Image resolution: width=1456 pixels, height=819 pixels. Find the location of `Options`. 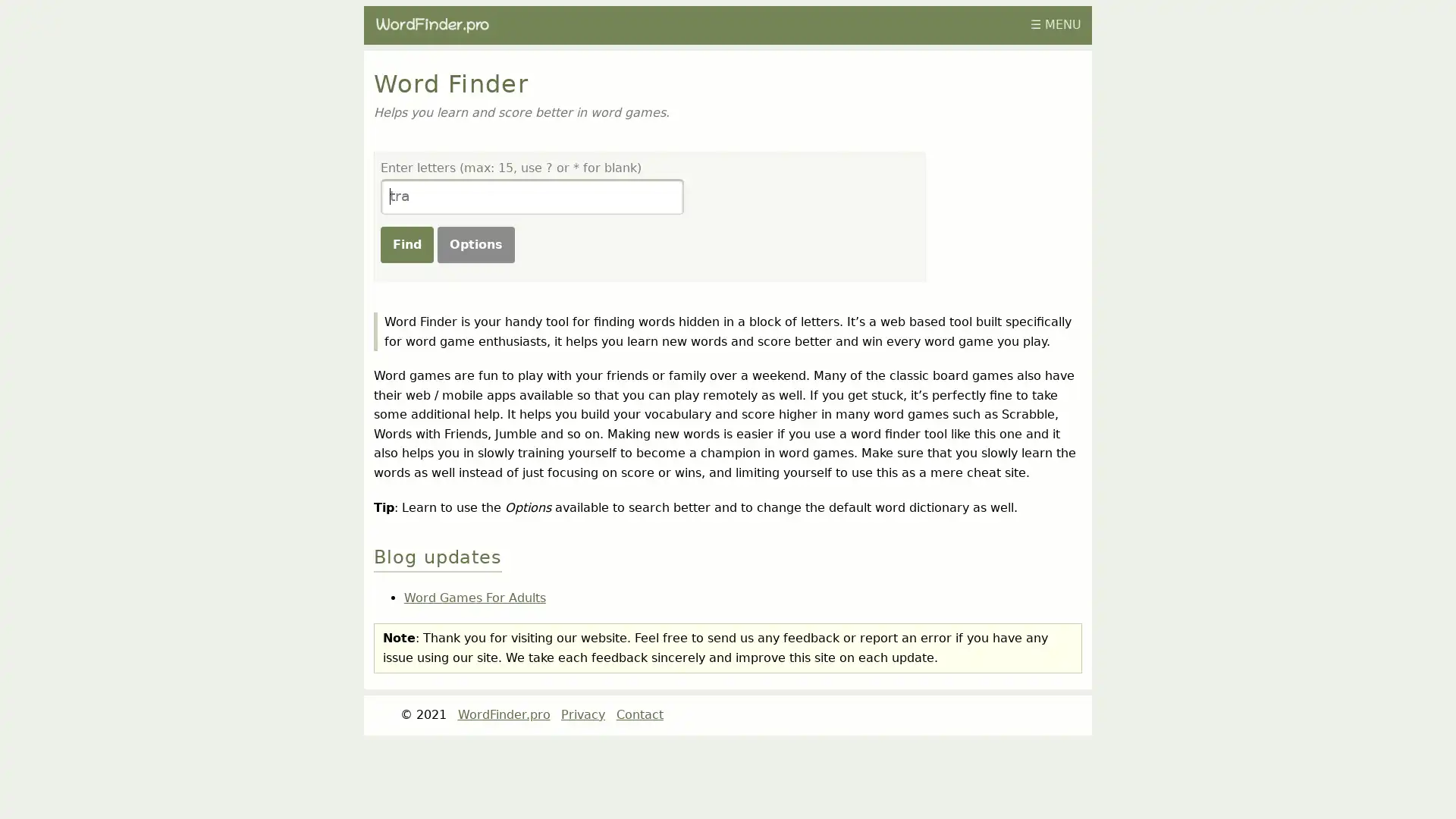

Options is located at coordinates (475, 243).